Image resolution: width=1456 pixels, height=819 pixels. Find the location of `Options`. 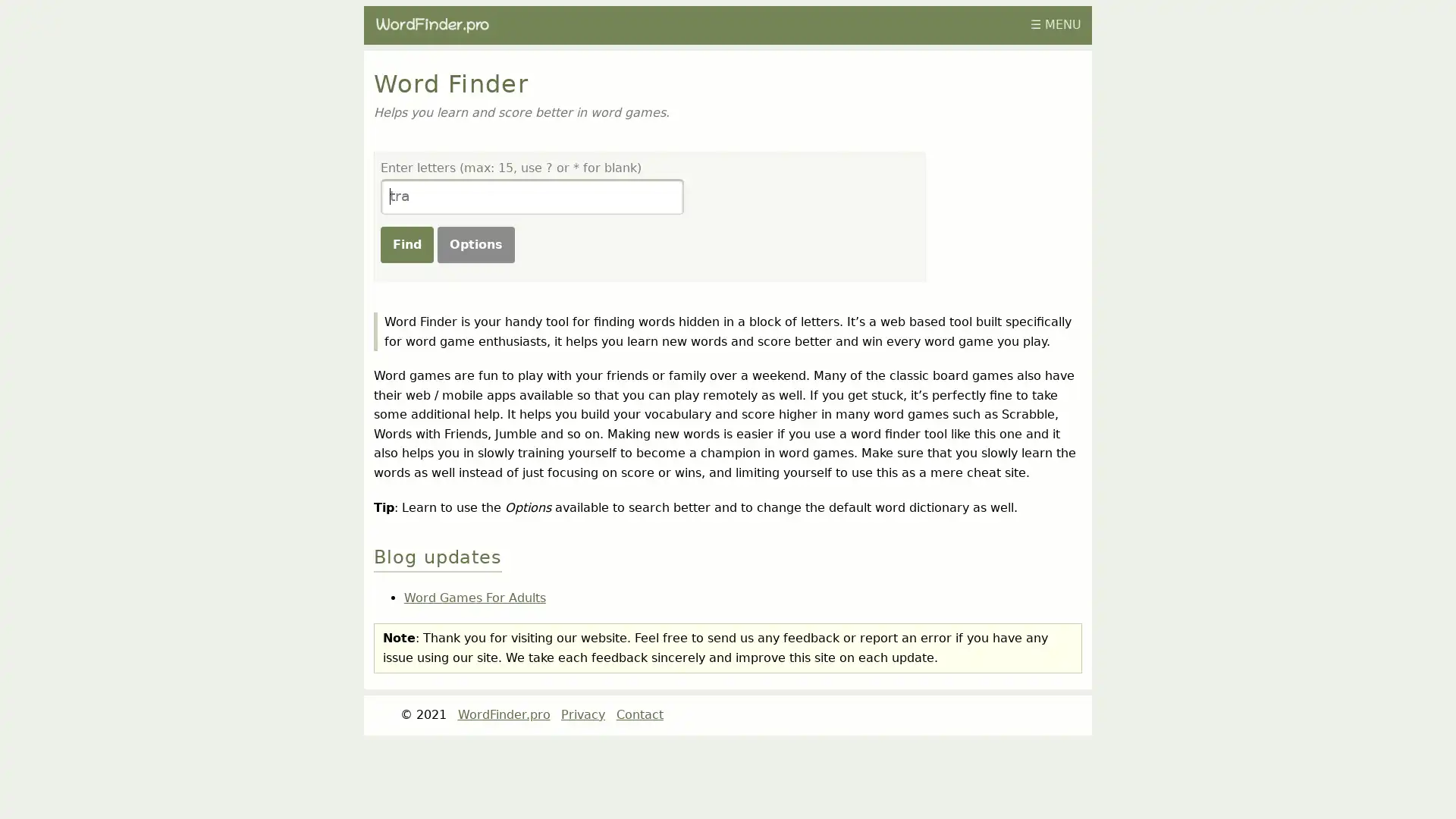

Options is located at coordinates (475, 243).